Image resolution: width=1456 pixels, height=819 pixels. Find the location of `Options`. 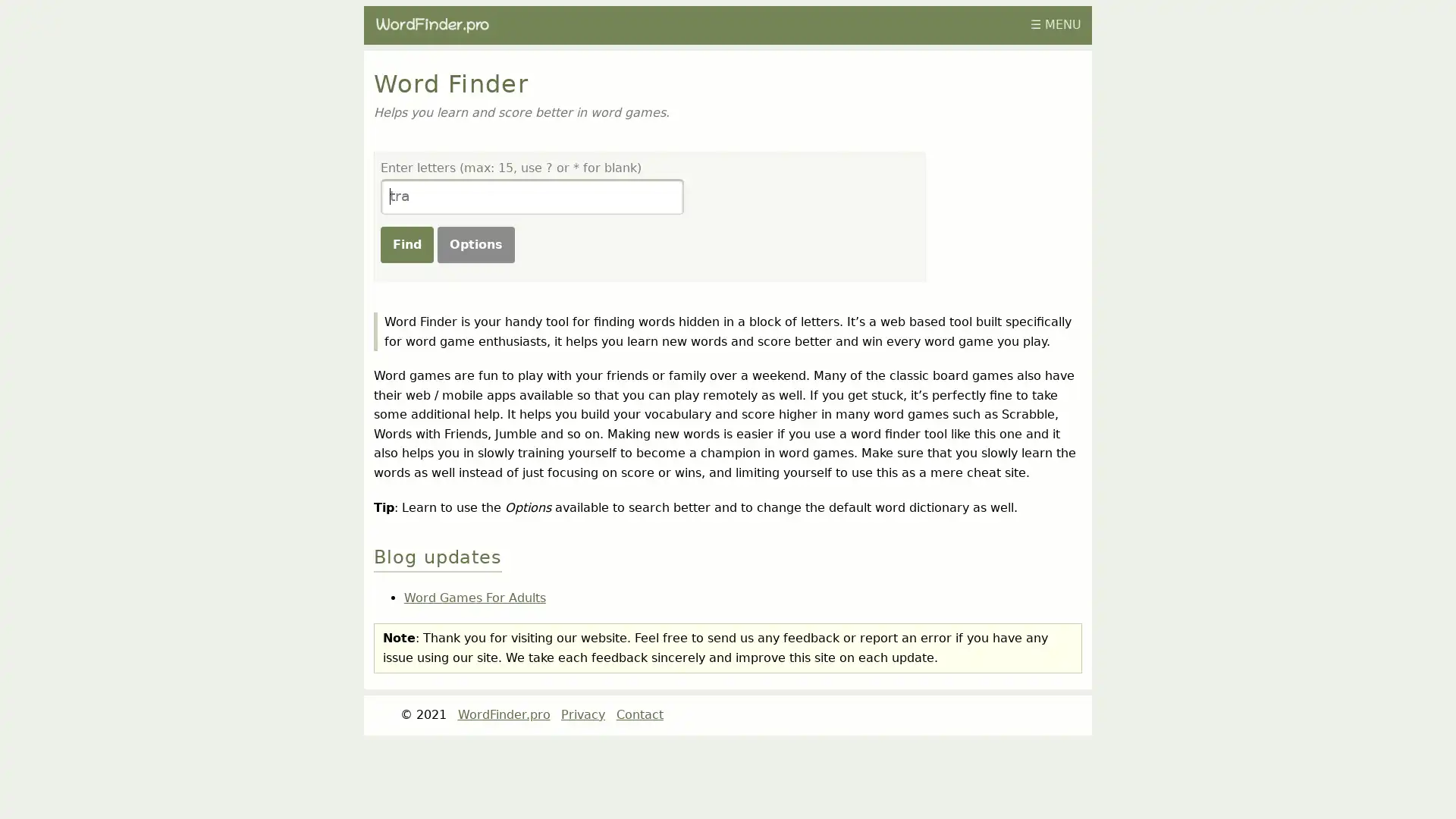

Options is located at coordinates (475, 243).